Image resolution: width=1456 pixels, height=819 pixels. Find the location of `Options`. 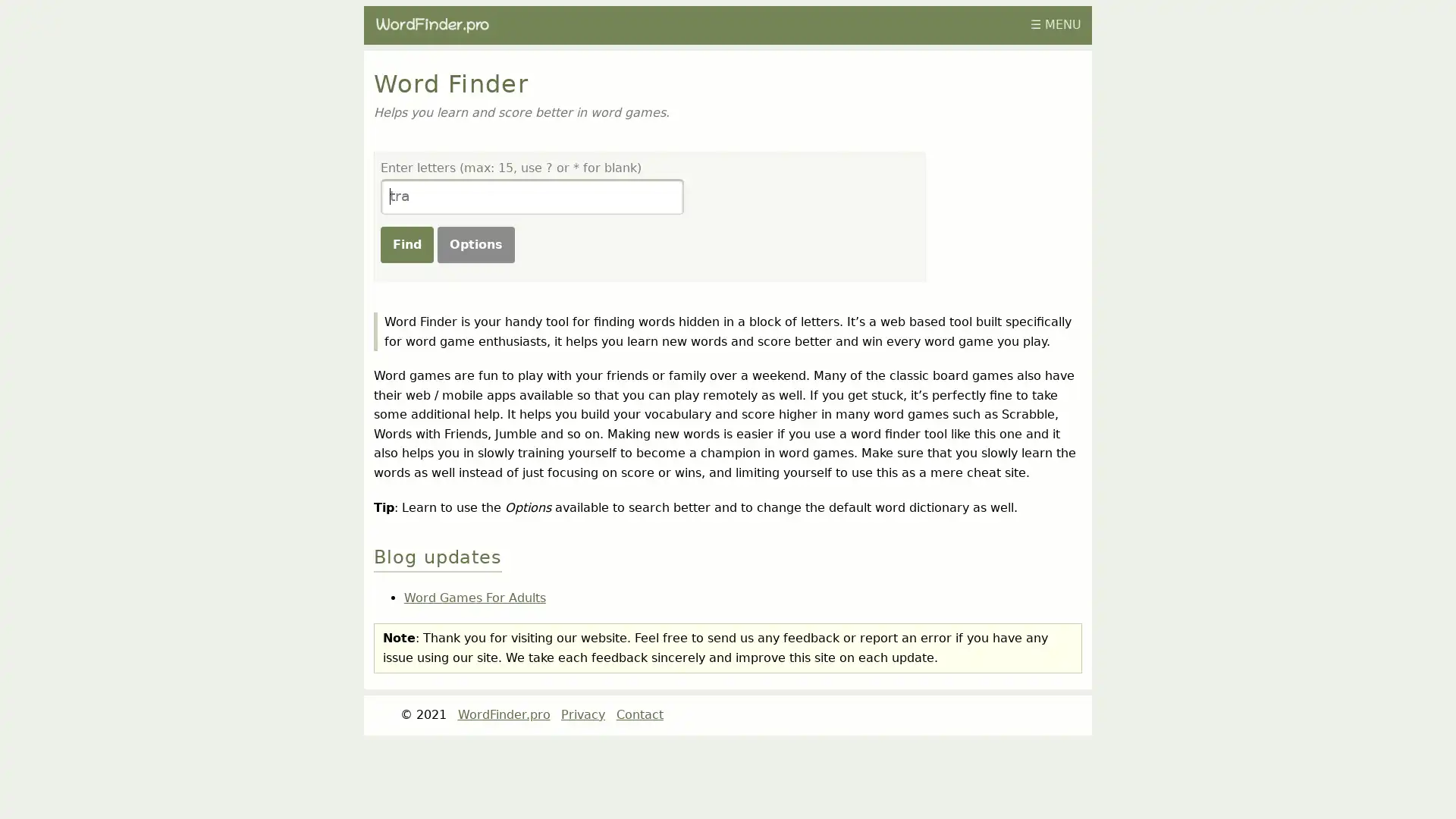

Options is located at coordinates (475, 243).